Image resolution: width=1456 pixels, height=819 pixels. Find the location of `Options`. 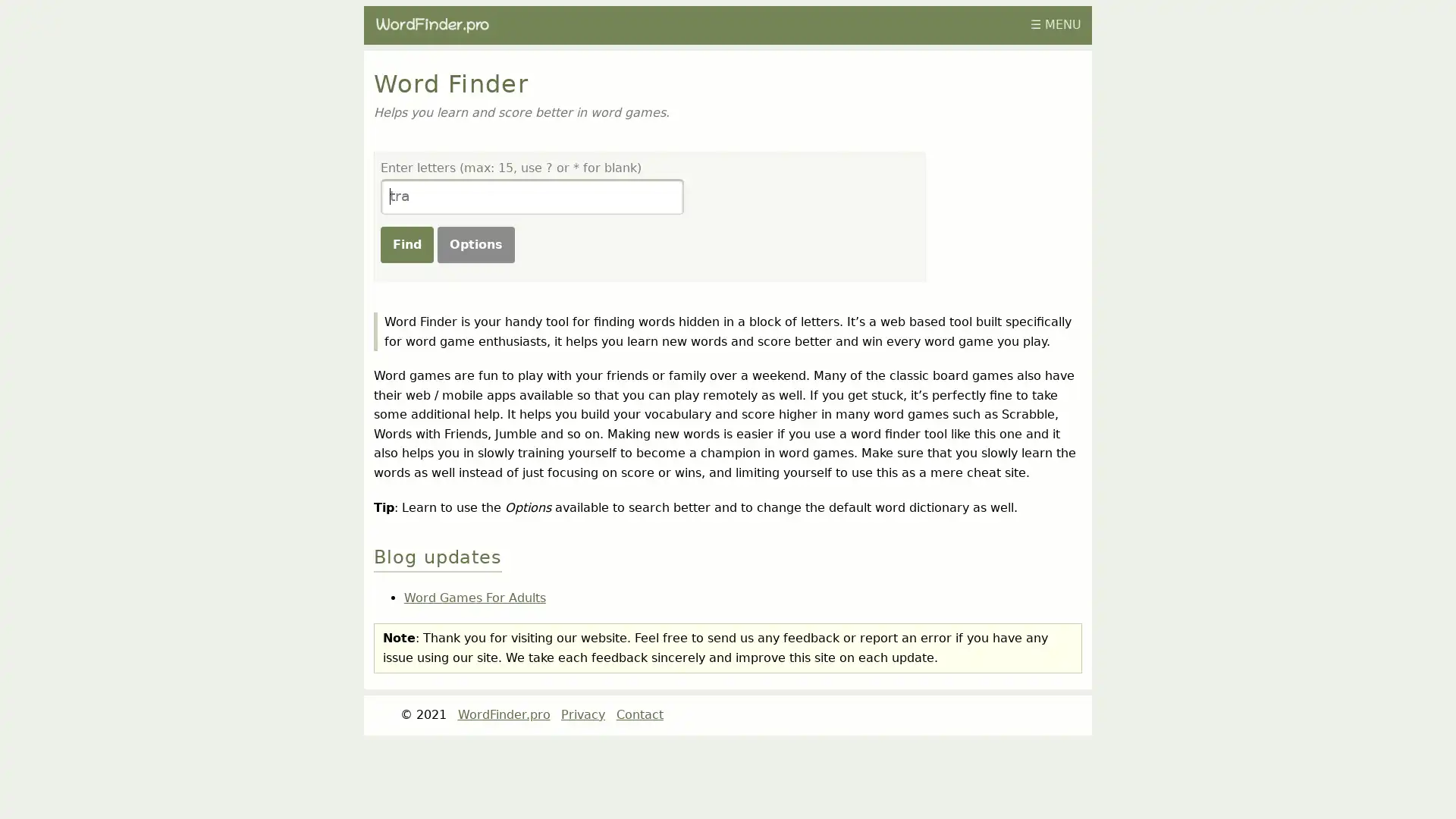

Options is located at coordinates (475, 243).